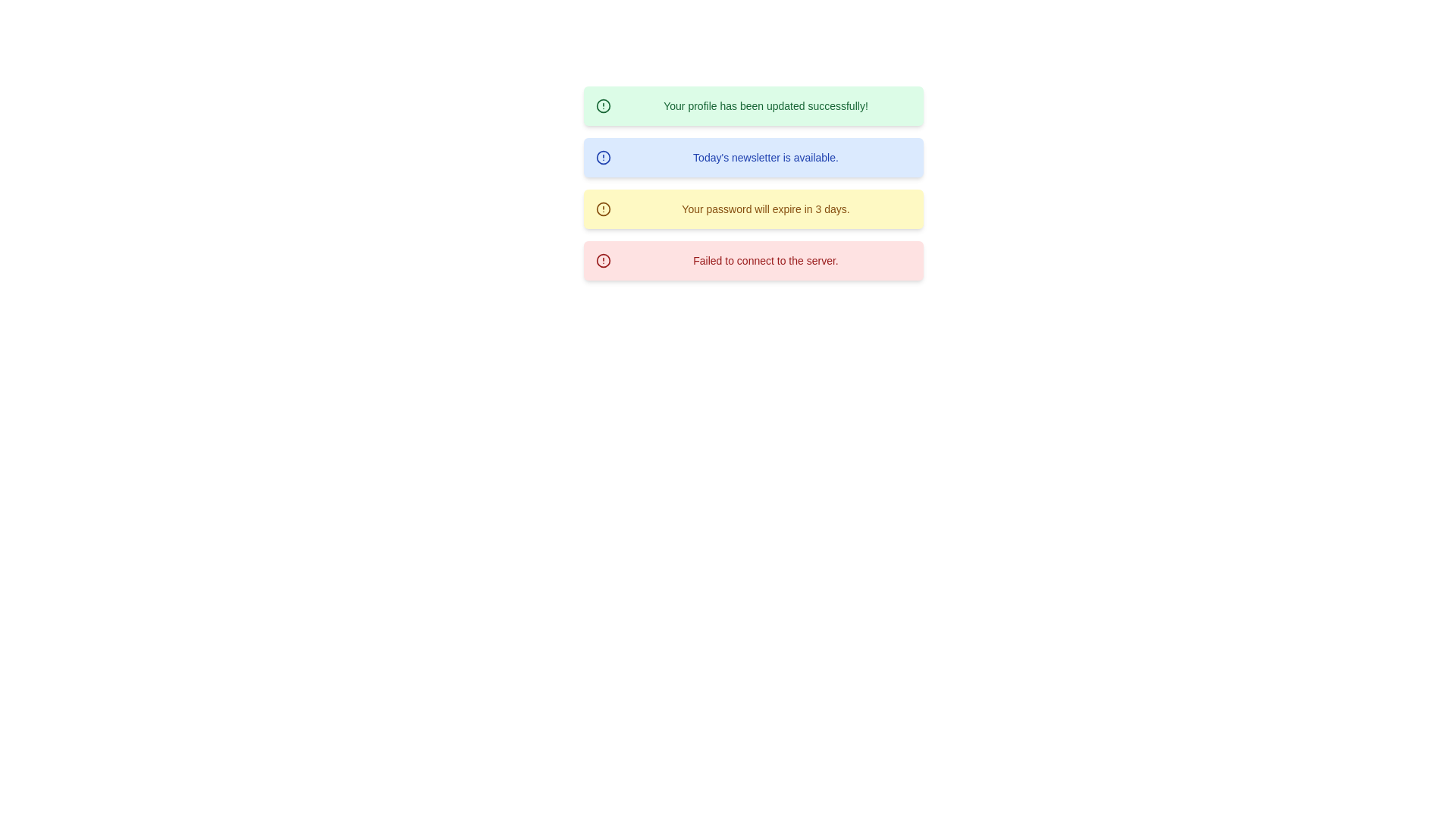 Image resolution: width=1456 pixels, height=819 pixels. I want to click on the text element that displays 'Your profile has been updated successfully!' within the green notification box, so click(765, 105).